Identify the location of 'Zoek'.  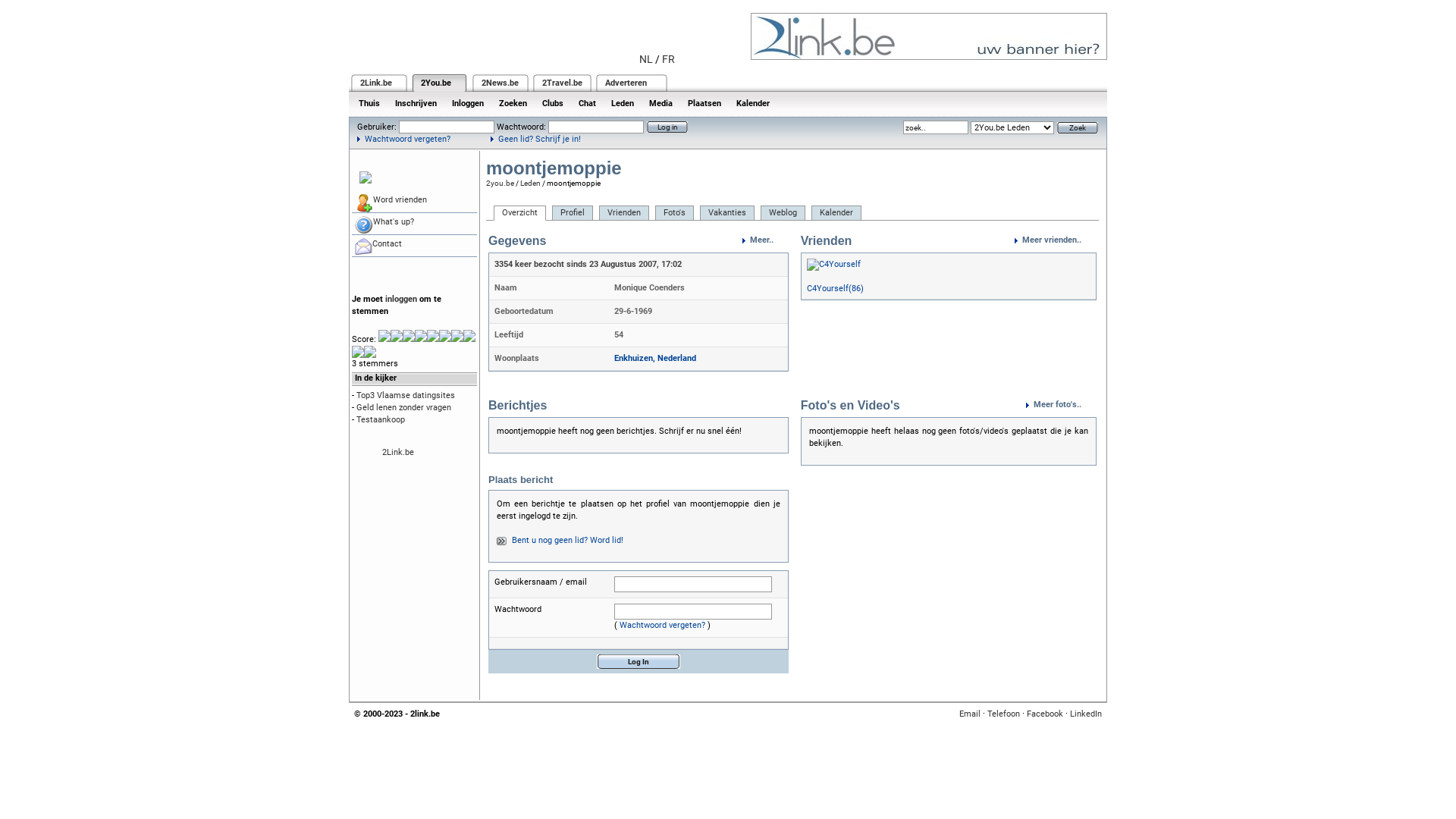
(1076, 126).